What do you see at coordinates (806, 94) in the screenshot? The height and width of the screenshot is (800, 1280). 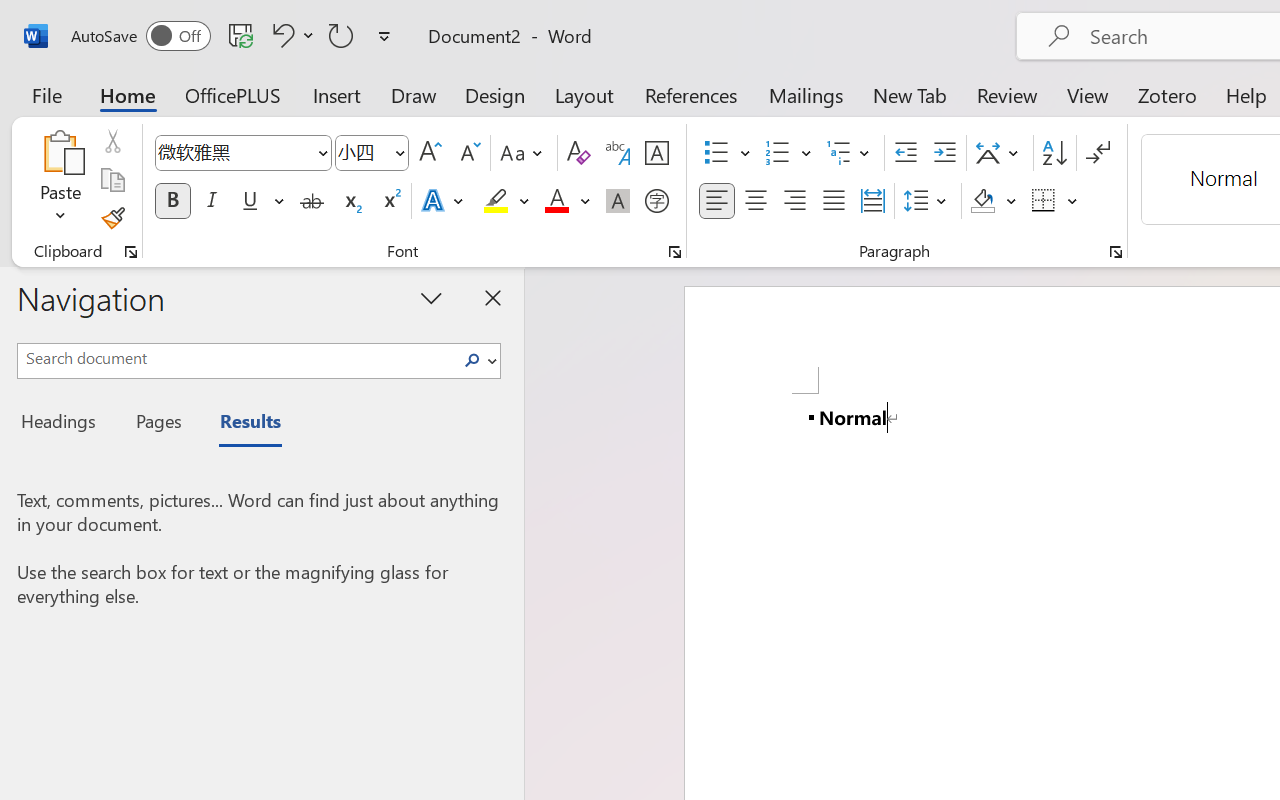 I see `'Mailings'` at bounding box center [806, 94].